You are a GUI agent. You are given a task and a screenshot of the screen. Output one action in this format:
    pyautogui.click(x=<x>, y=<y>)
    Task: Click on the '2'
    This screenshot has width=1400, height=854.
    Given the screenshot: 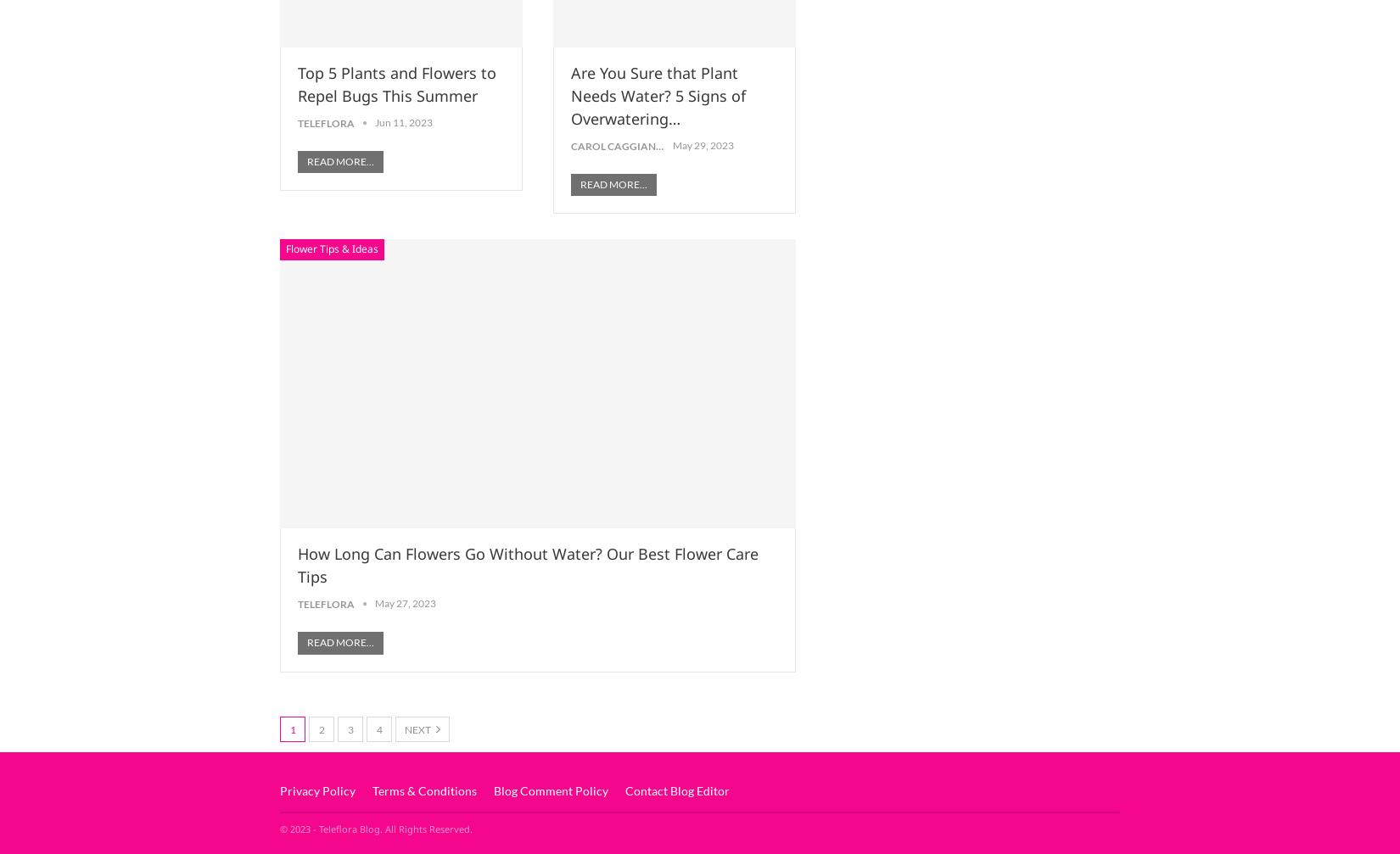 What is the action you would take?
    pyautogui.click(x=321, y=728)
    